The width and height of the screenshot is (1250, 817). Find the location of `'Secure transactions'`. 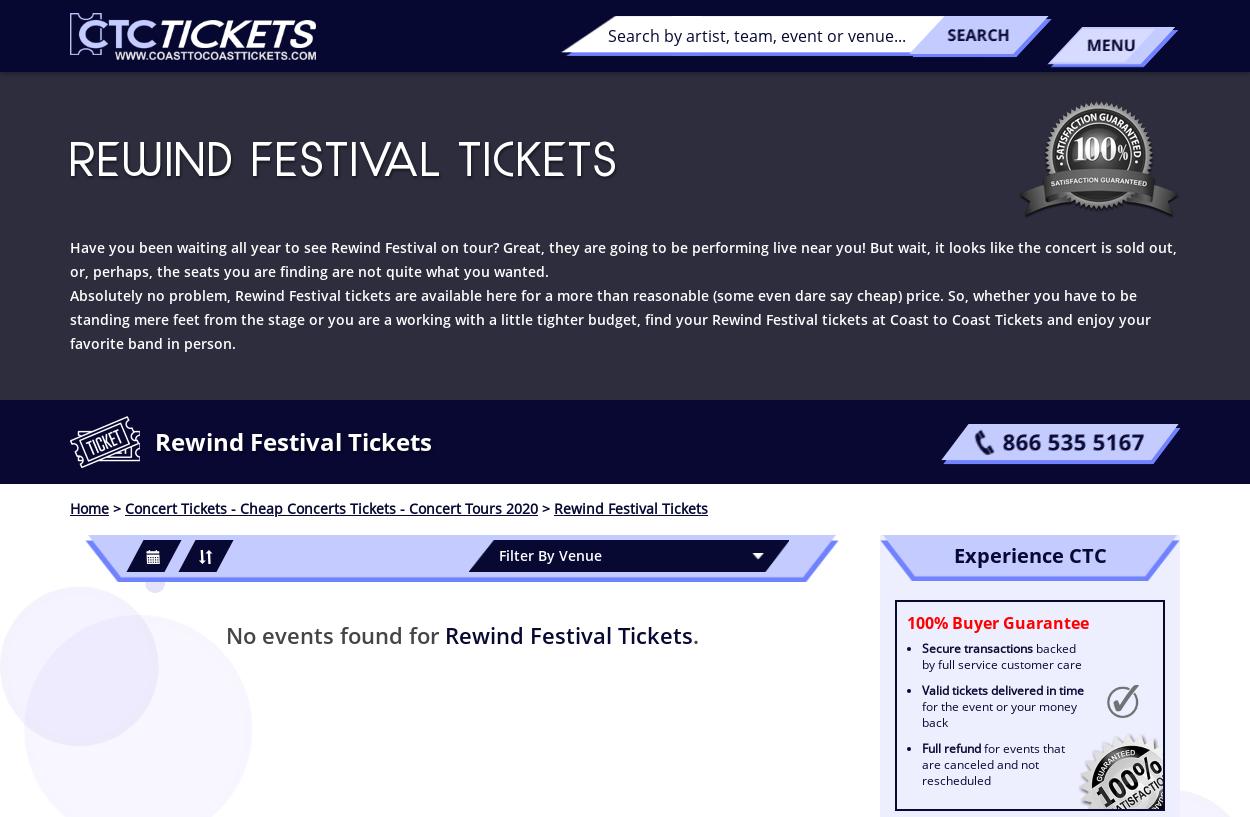

'Secure transactions' is located at coordinates (976, 648).